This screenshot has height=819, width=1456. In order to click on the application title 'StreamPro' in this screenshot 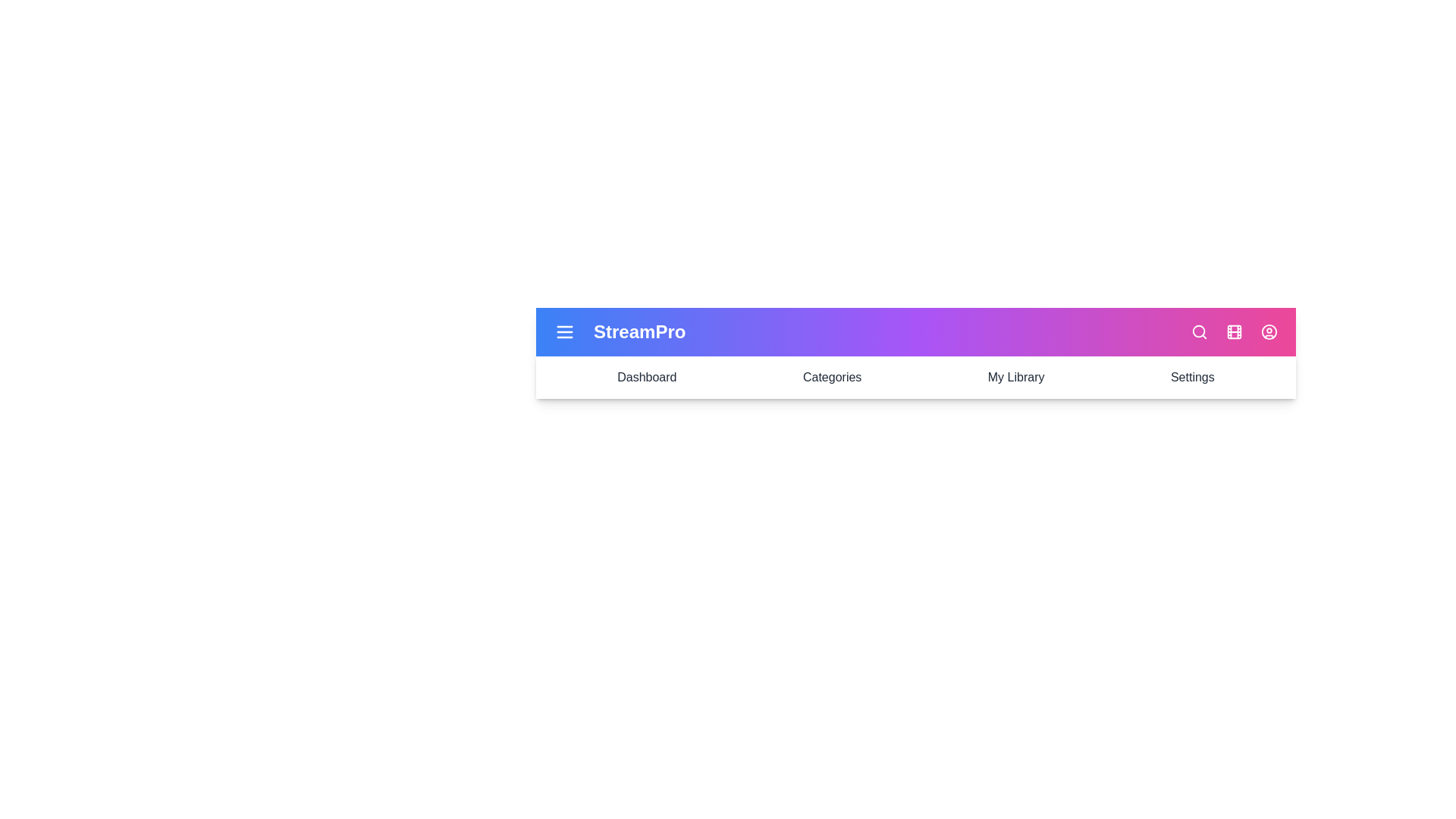, I will do `click(639, 331)`.